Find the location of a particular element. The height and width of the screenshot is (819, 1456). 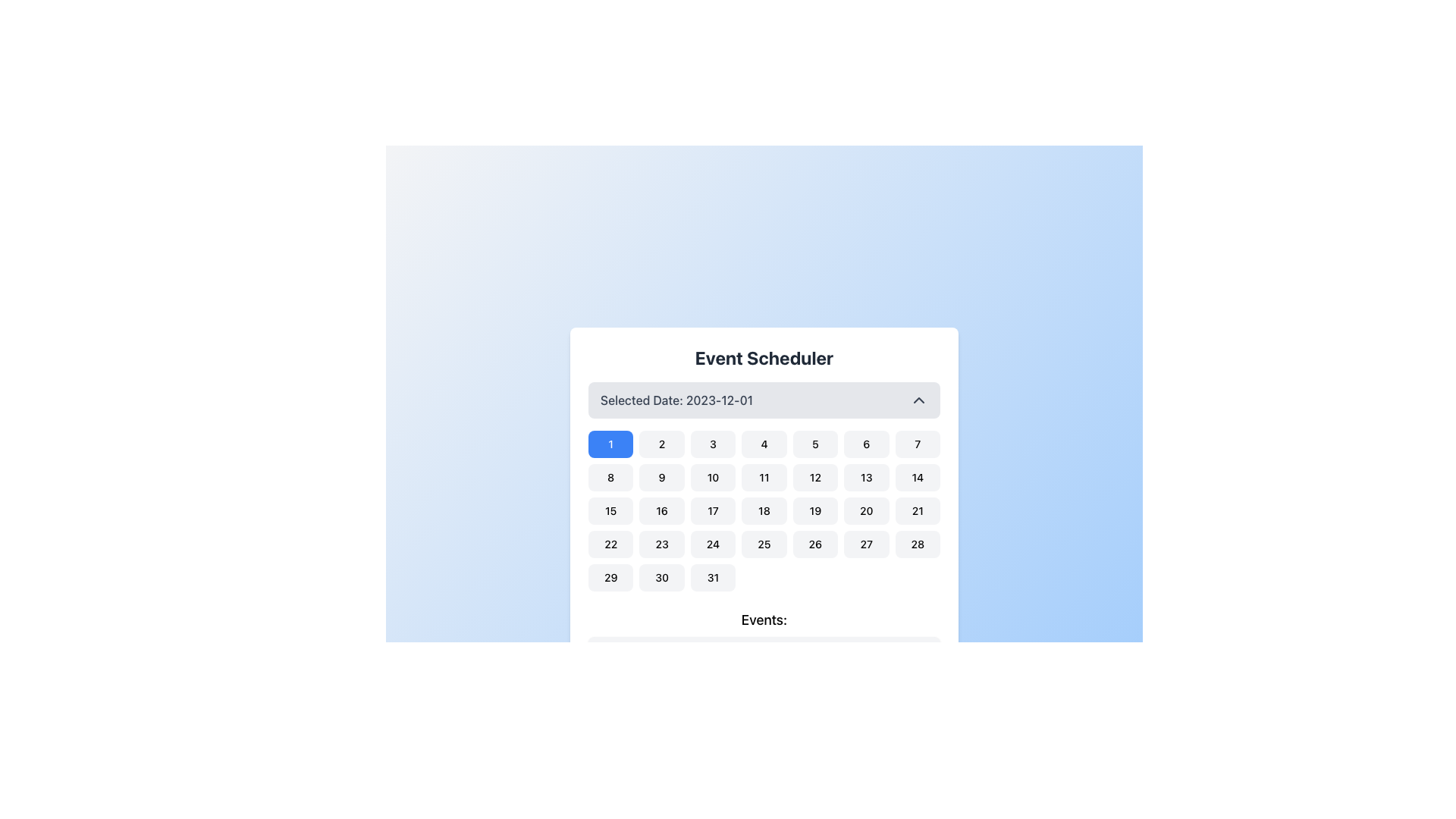

the button displaying the number '9' in the second row, second column of the grid layout is located at coordinates (662, 476).